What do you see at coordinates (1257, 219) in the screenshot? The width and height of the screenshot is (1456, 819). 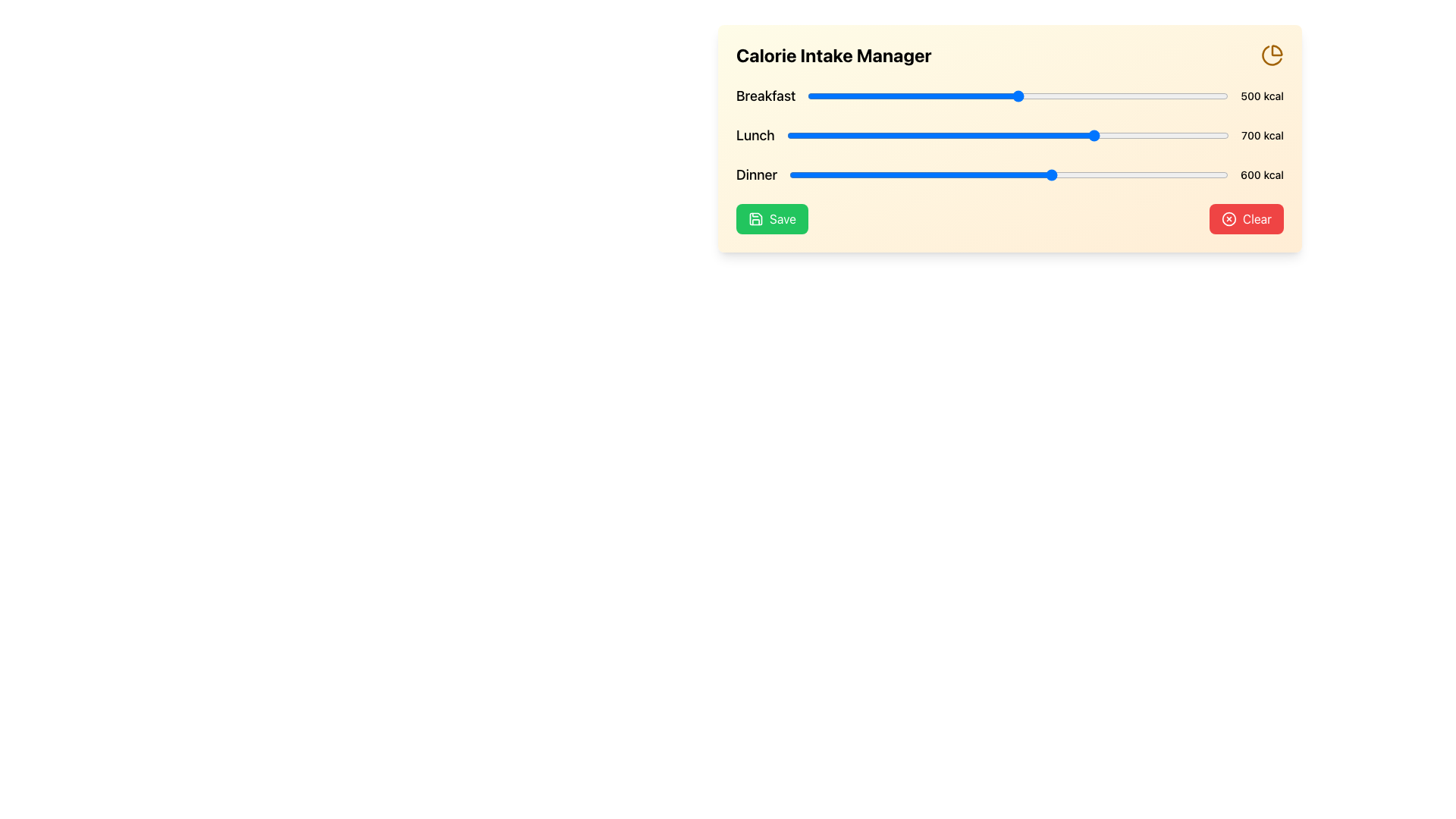 I see `the 'Clear' text label which is displayed in white within a red button, positioned to the right of the green 'Save' button` at bounding box center [1257, 219].